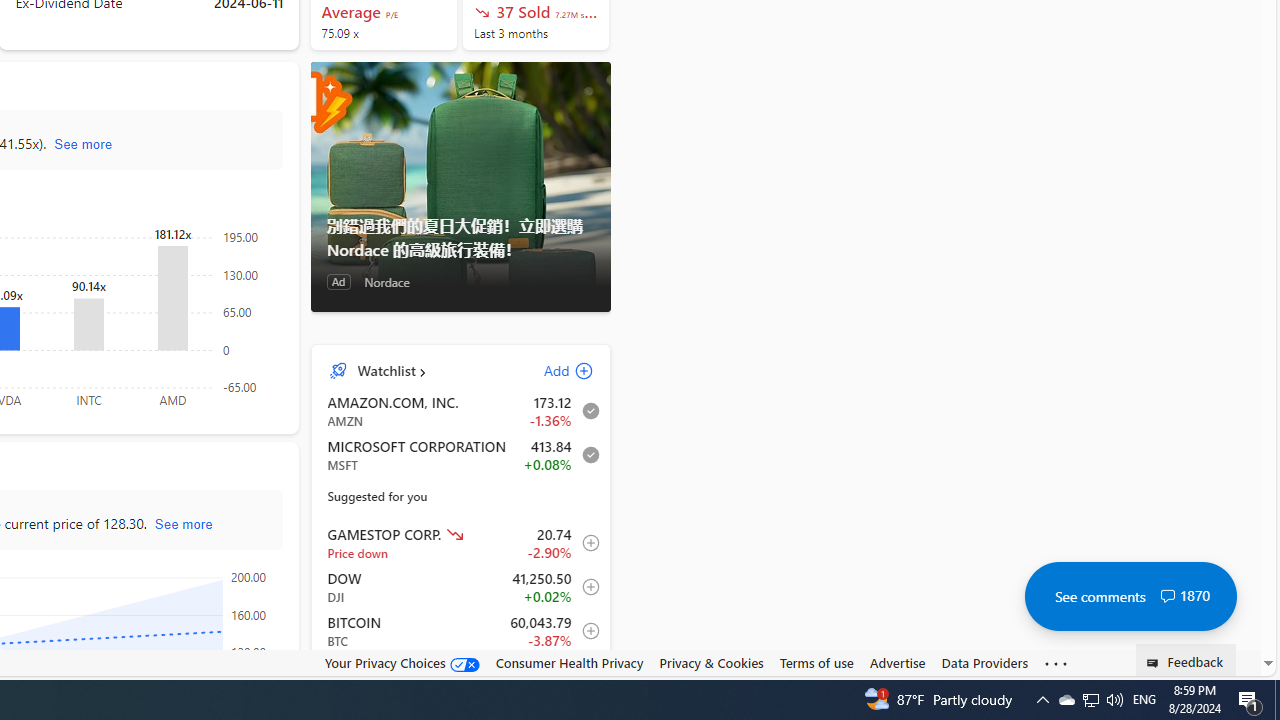  What do you see at coordinates (896, 662) in the screenshot?
I see `'Advertise'` at bounding box center [896, 662].